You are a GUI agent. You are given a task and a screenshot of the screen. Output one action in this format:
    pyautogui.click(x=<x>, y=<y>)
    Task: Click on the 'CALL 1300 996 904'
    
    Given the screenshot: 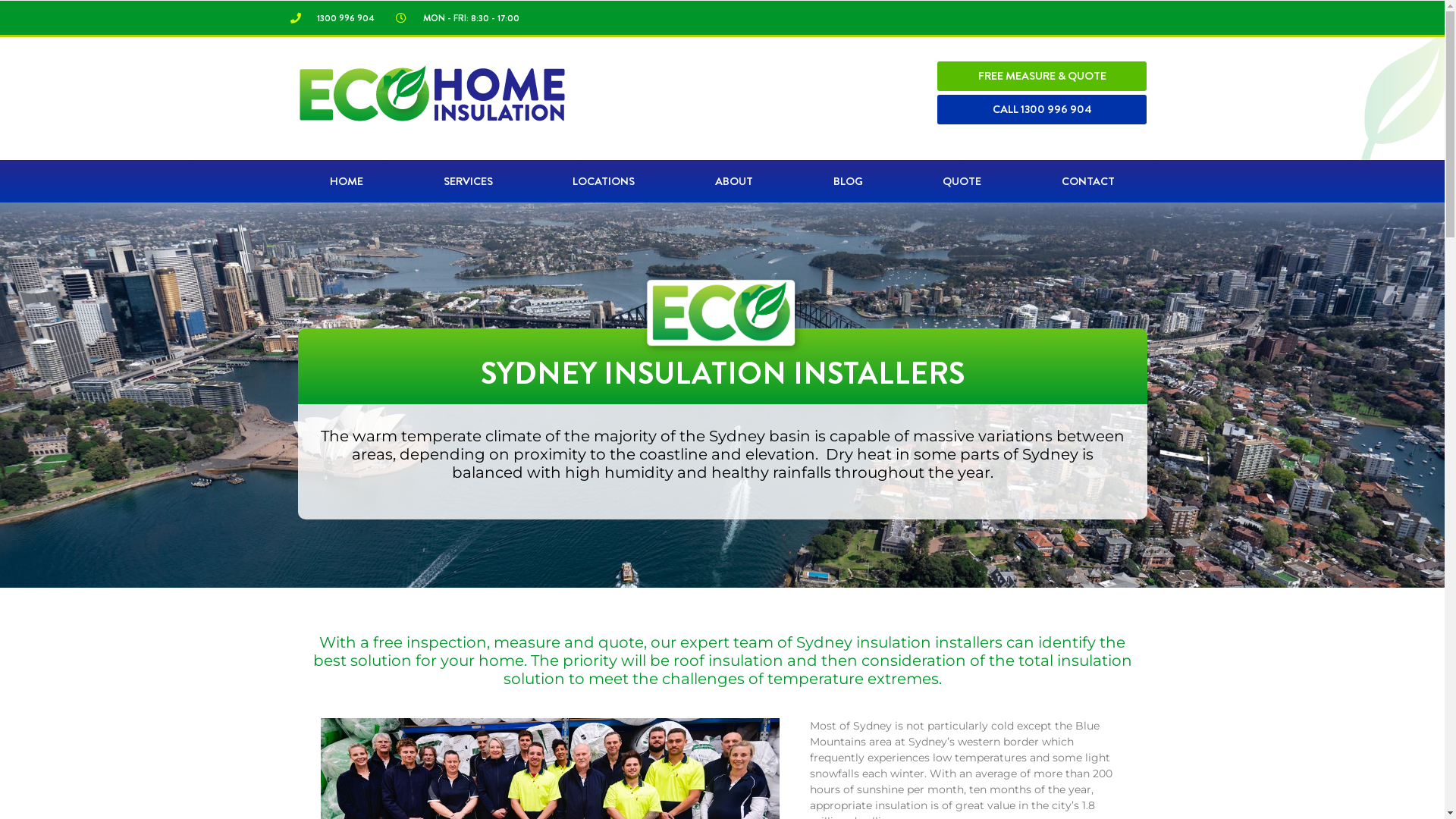 What is the action you would take?
    pyautogui.click(x=1040, y=108)
    